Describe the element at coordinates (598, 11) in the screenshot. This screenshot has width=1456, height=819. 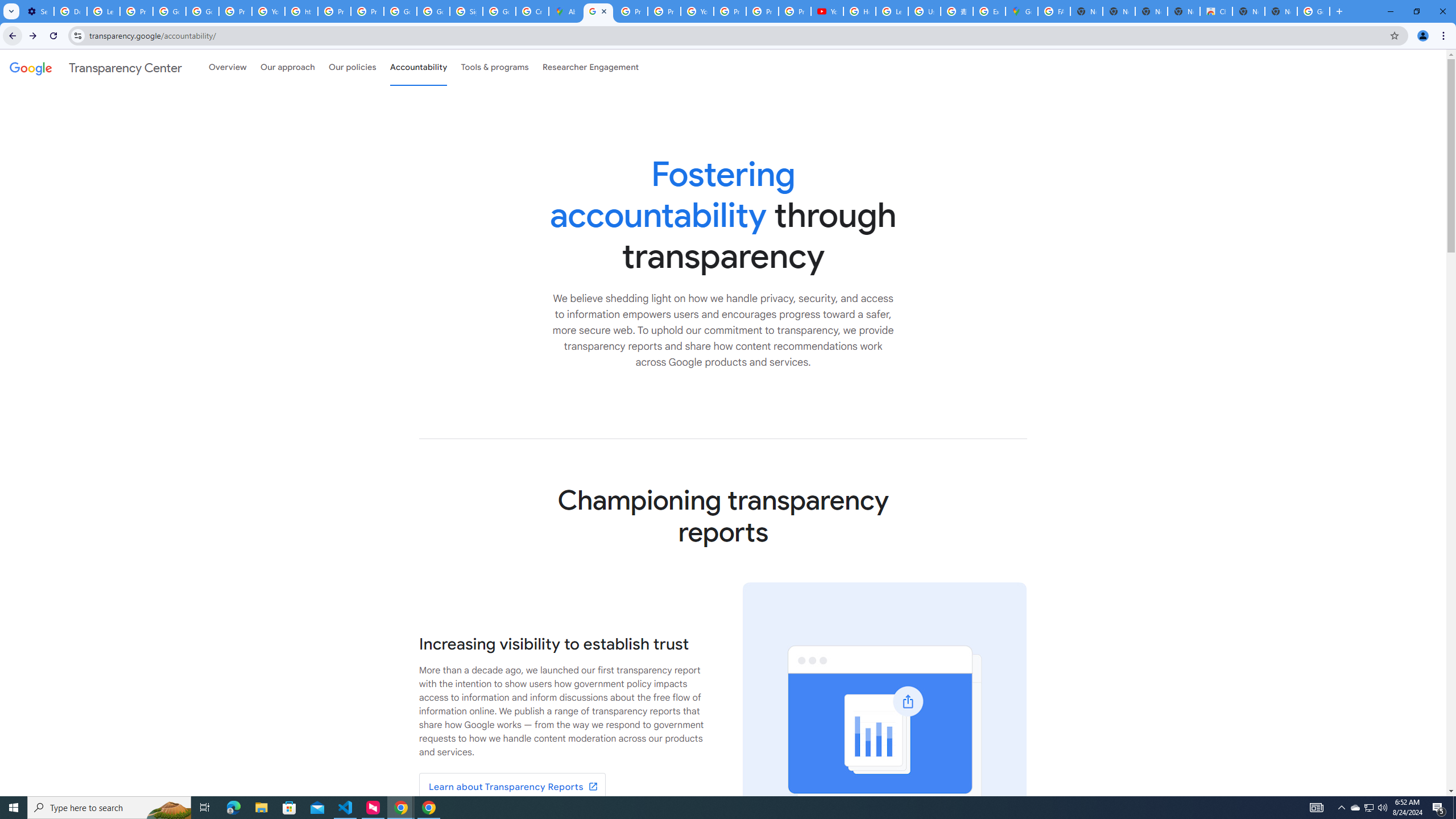
I see `'Policy Accountability and Transparency - Transparency Center'` at that location.